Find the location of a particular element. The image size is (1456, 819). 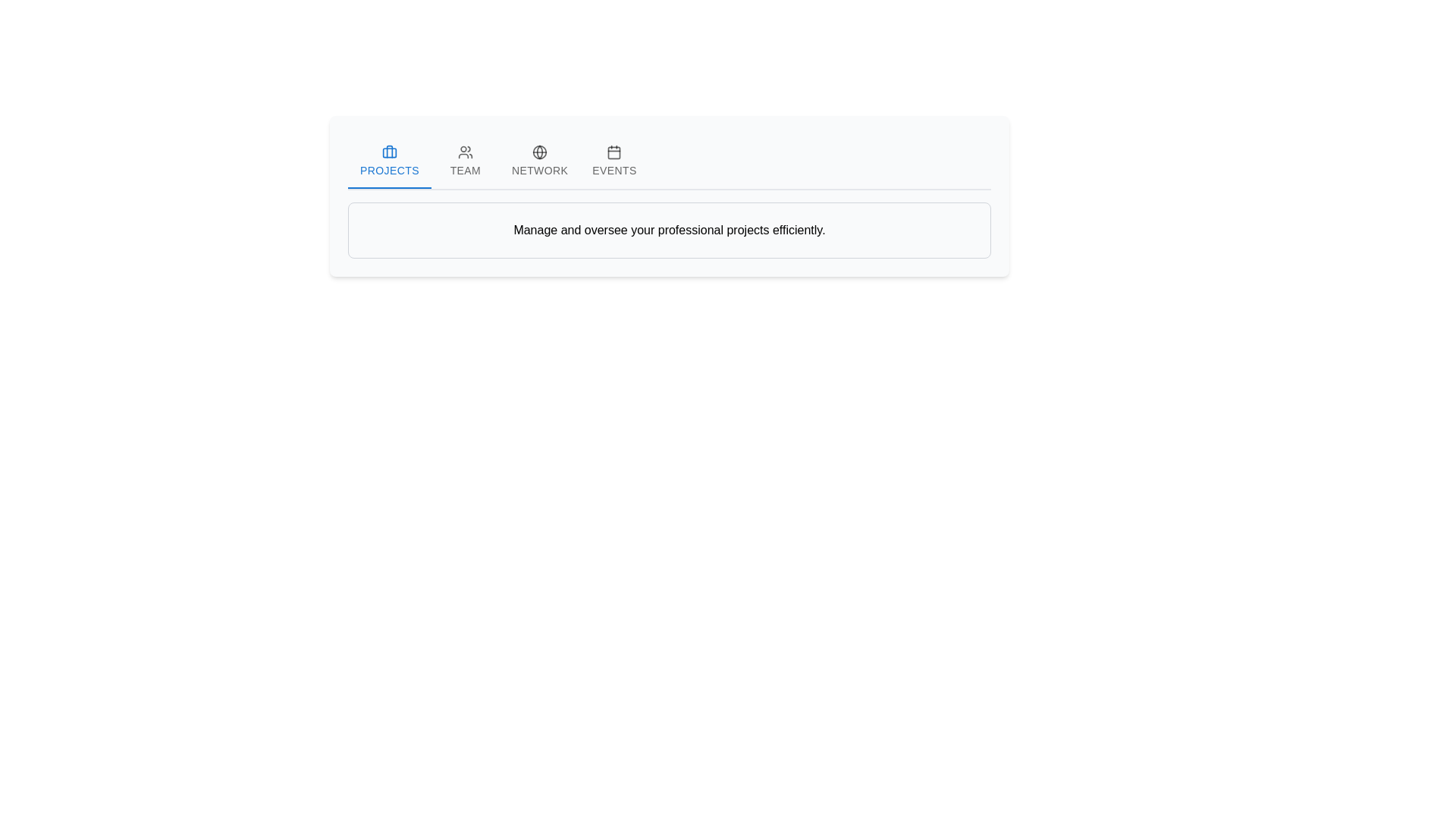

the 'Network' tab which contains the globe icon representing connectivity is located at coordinates (540, 152).